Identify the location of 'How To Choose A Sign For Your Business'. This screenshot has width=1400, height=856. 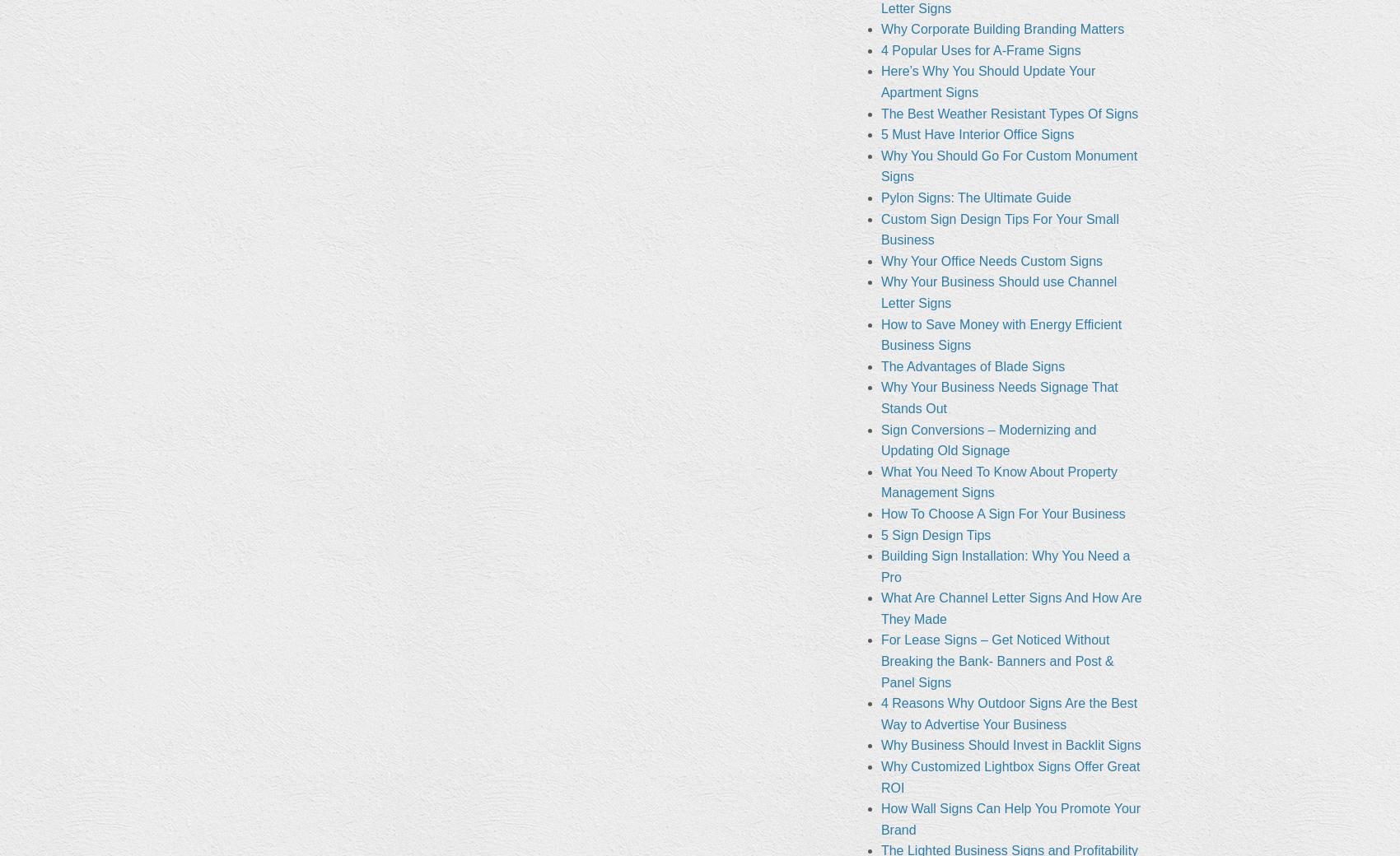
(1001, 512).